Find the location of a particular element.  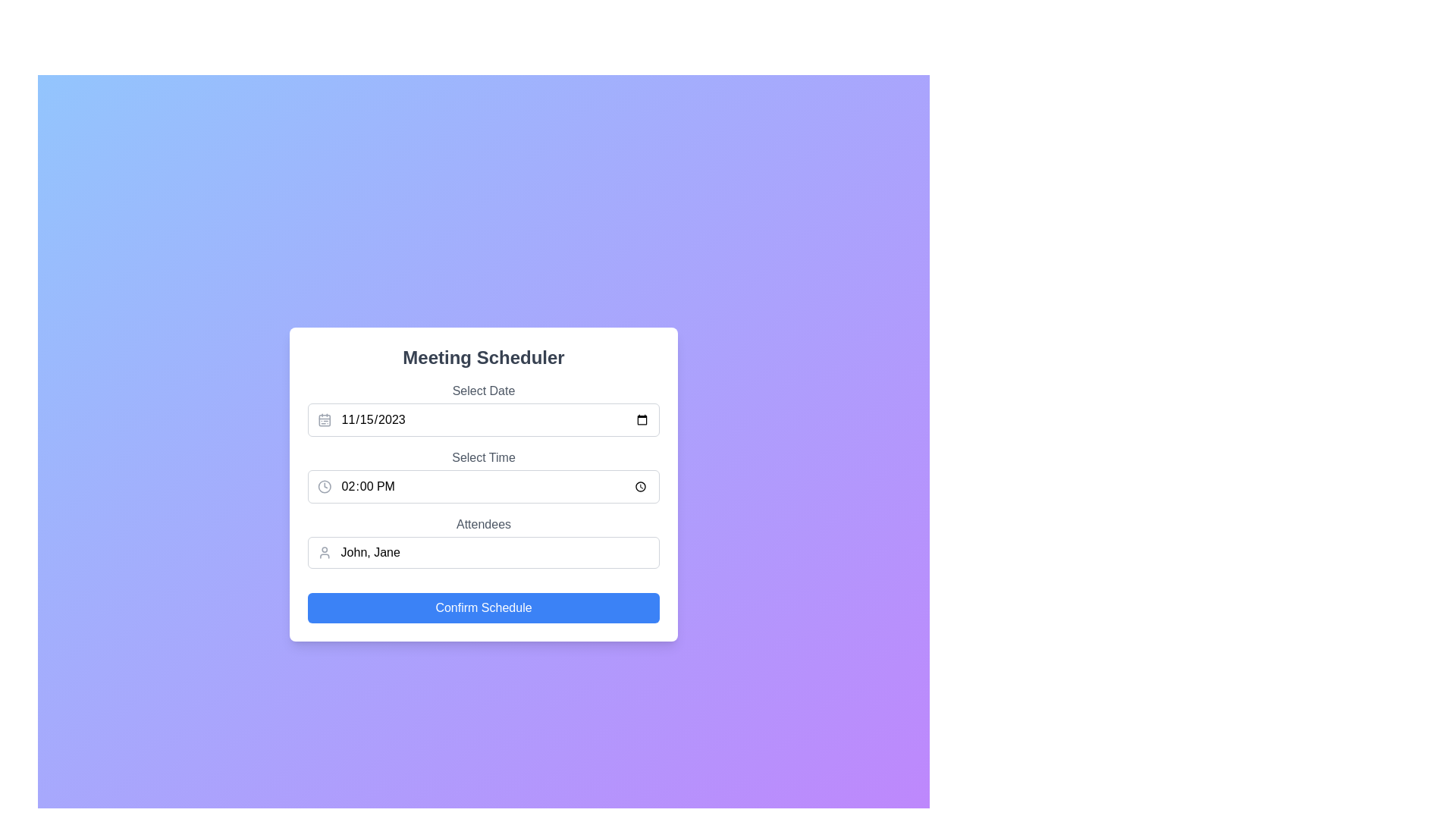

the date input field labeled 'Select Date' in the Meeting Scheduler dialog to type a date is located at coordinates (483, 409).